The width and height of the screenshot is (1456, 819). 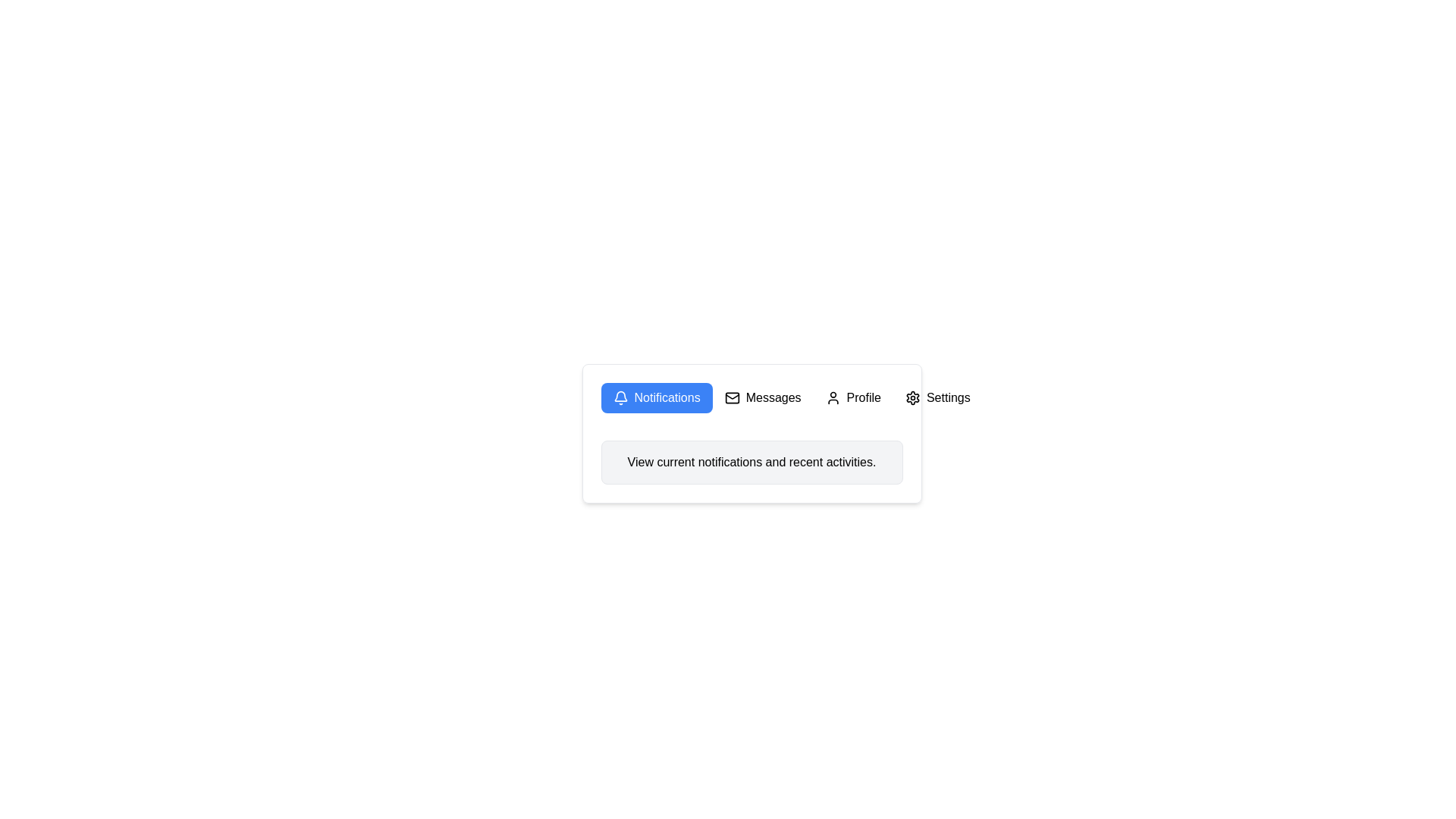 What do you see at coordinates (937, 397) in the screenshot?
I see `the 'Settings' button, which features a gear icon and black text on a white background, located at the far right of the horizontal menu bar` at bounding box center [937, 397].